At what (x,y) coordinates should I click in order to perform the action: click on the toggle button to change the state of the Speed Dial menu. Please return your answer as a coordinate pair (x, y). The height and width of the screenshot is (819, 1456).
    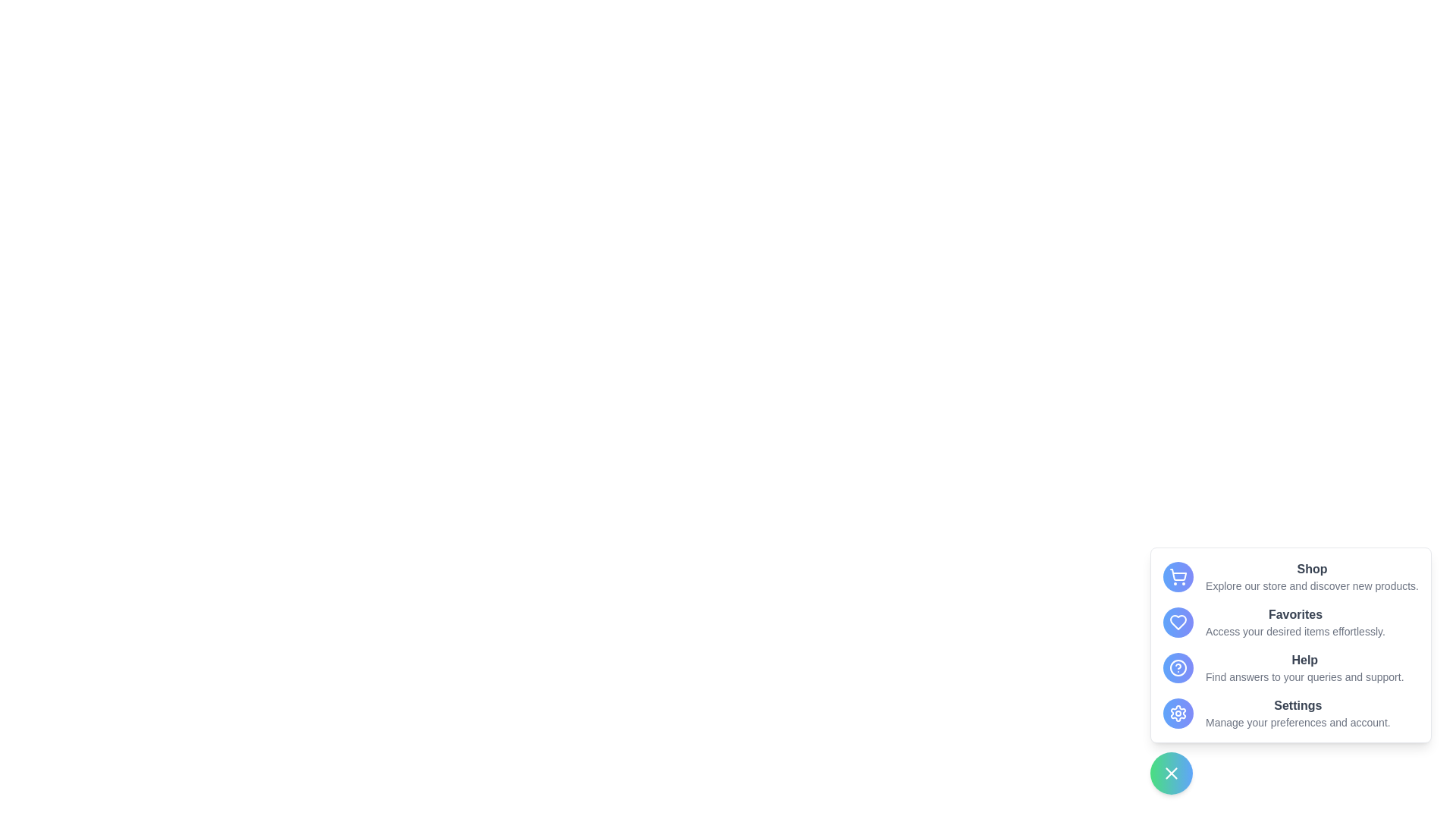
    Looking at the image, I should click on (1171, 773).